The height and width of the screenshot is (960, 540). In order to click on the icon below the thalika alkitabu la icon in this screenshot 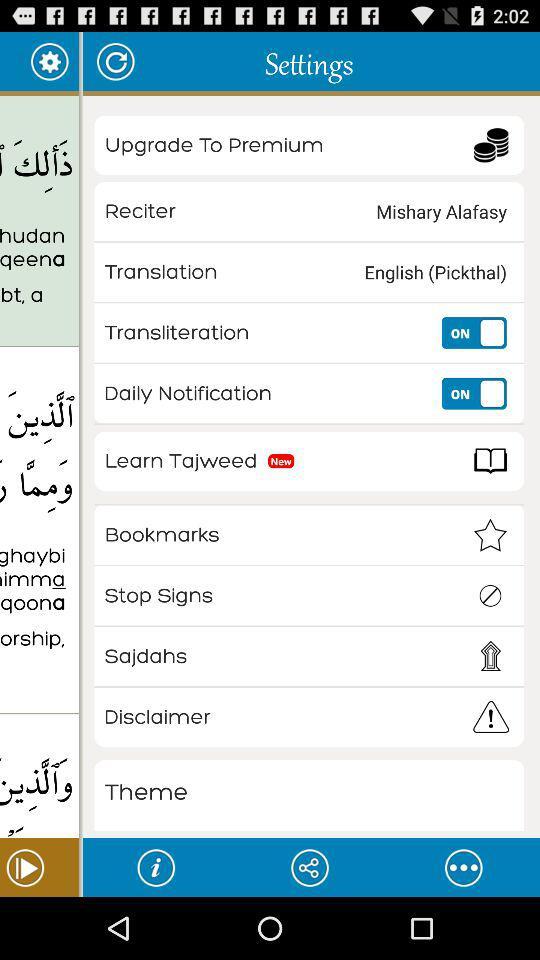, I will do `click(39, 311)`.